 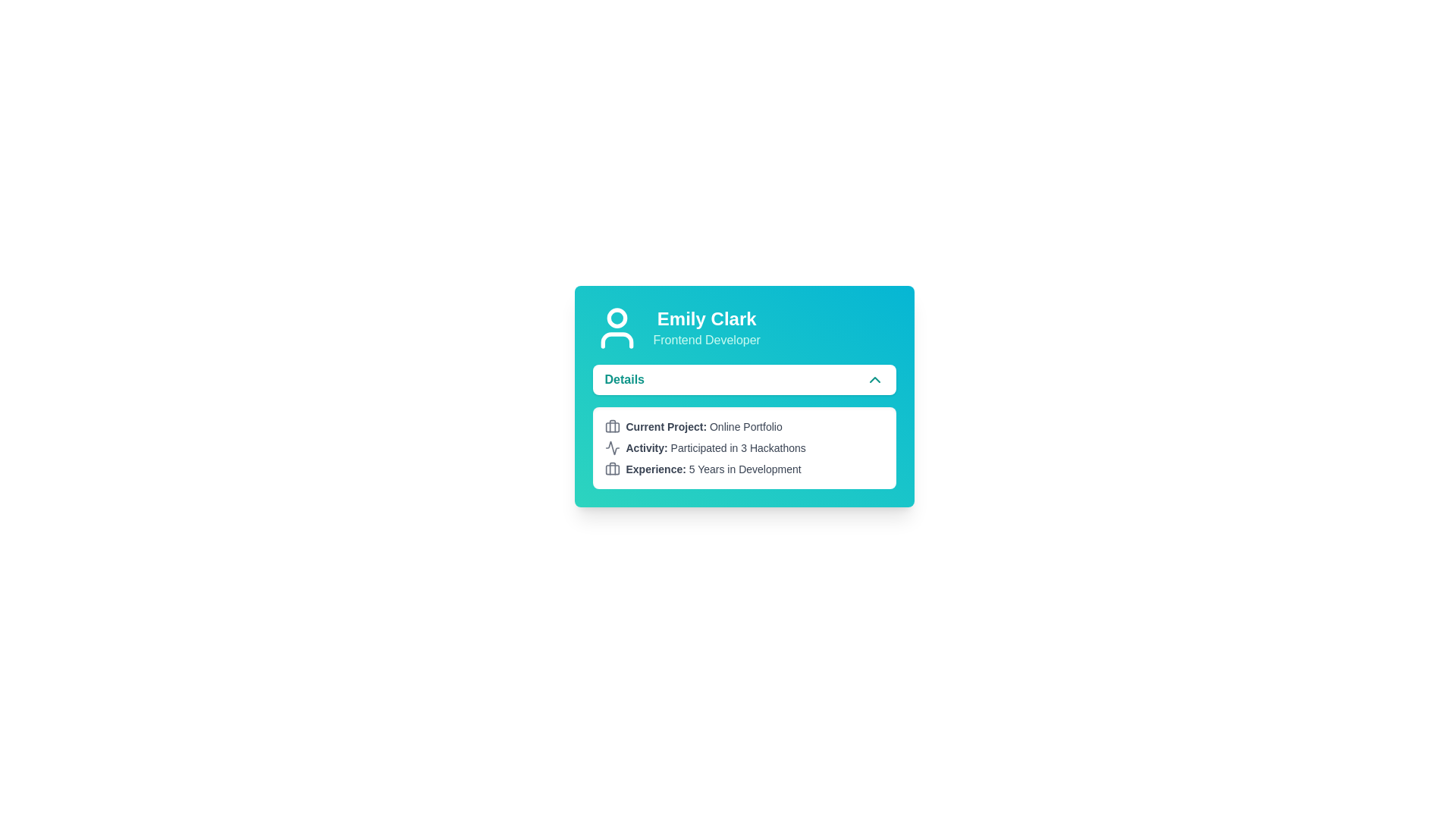 I want to click on the text label indicating the professional role or title below 'Emily Clark' in the top-right of the card interface, so click(x=706, y=339).